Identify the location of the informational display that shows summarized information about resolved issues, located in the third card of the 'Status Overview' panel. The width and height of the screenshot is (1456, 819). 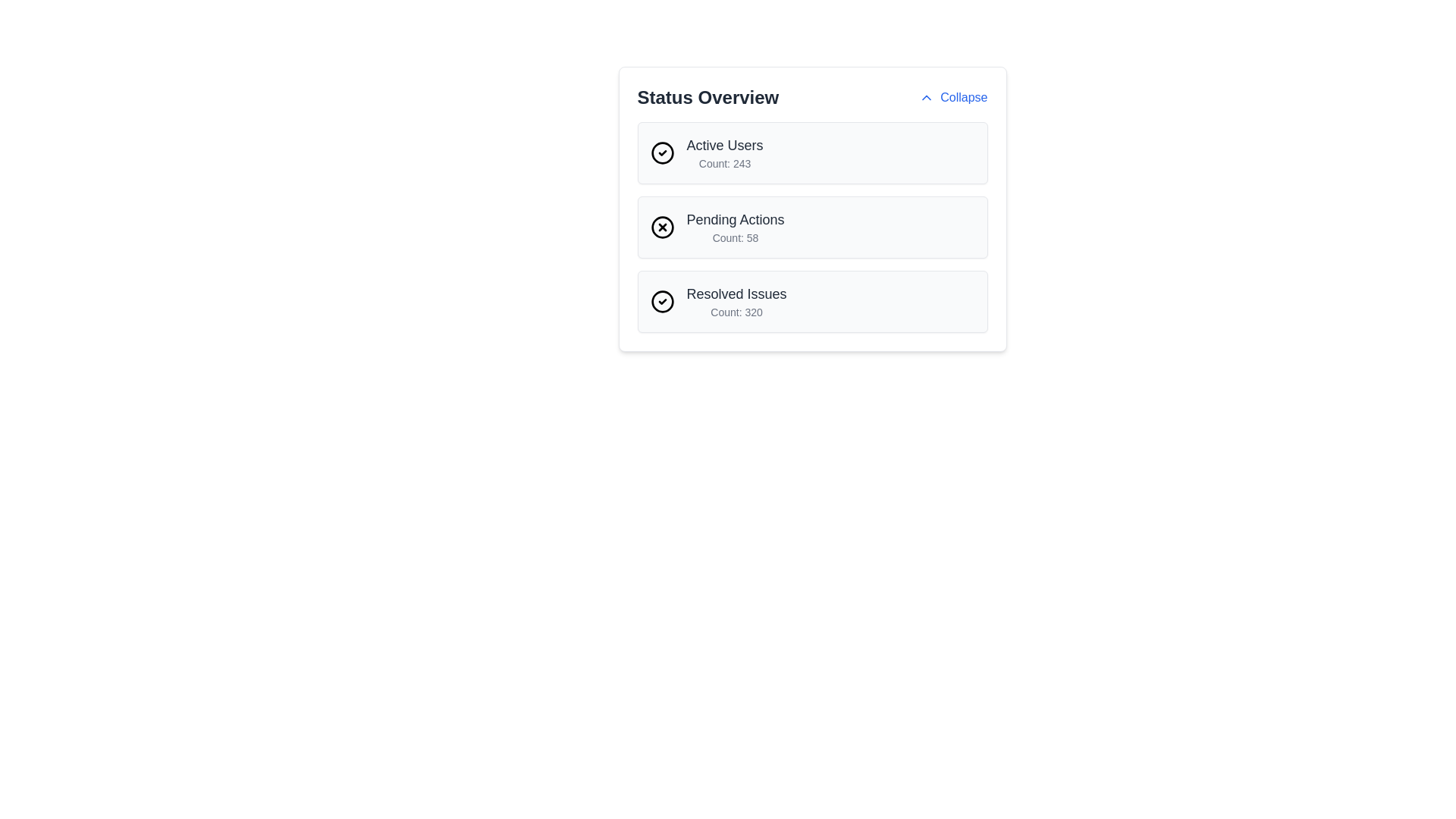
(736, 301).